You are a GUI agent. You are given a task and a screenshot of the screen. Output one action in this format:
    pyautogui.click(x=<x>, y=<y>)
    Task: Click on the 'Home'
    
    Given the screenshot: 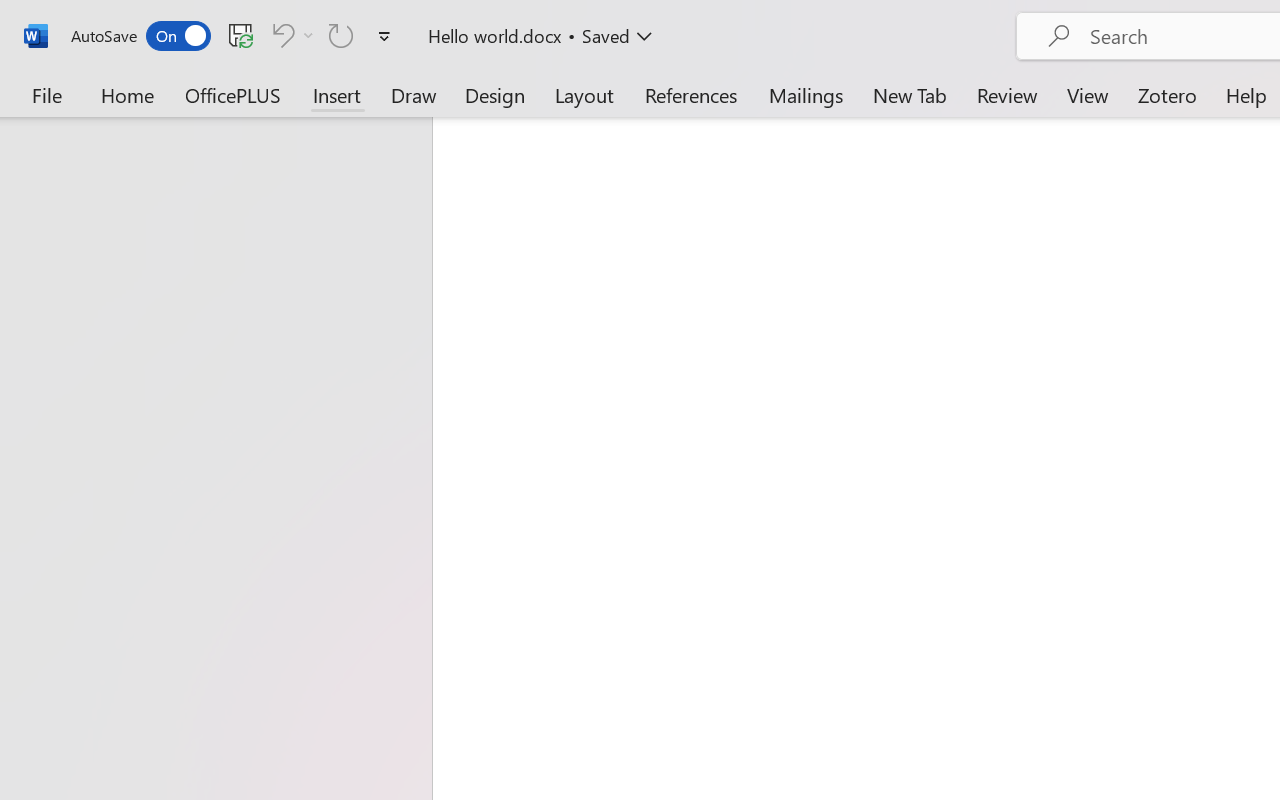 What is the action you would take?
    pyautogui.click(x=127, y=94)
    